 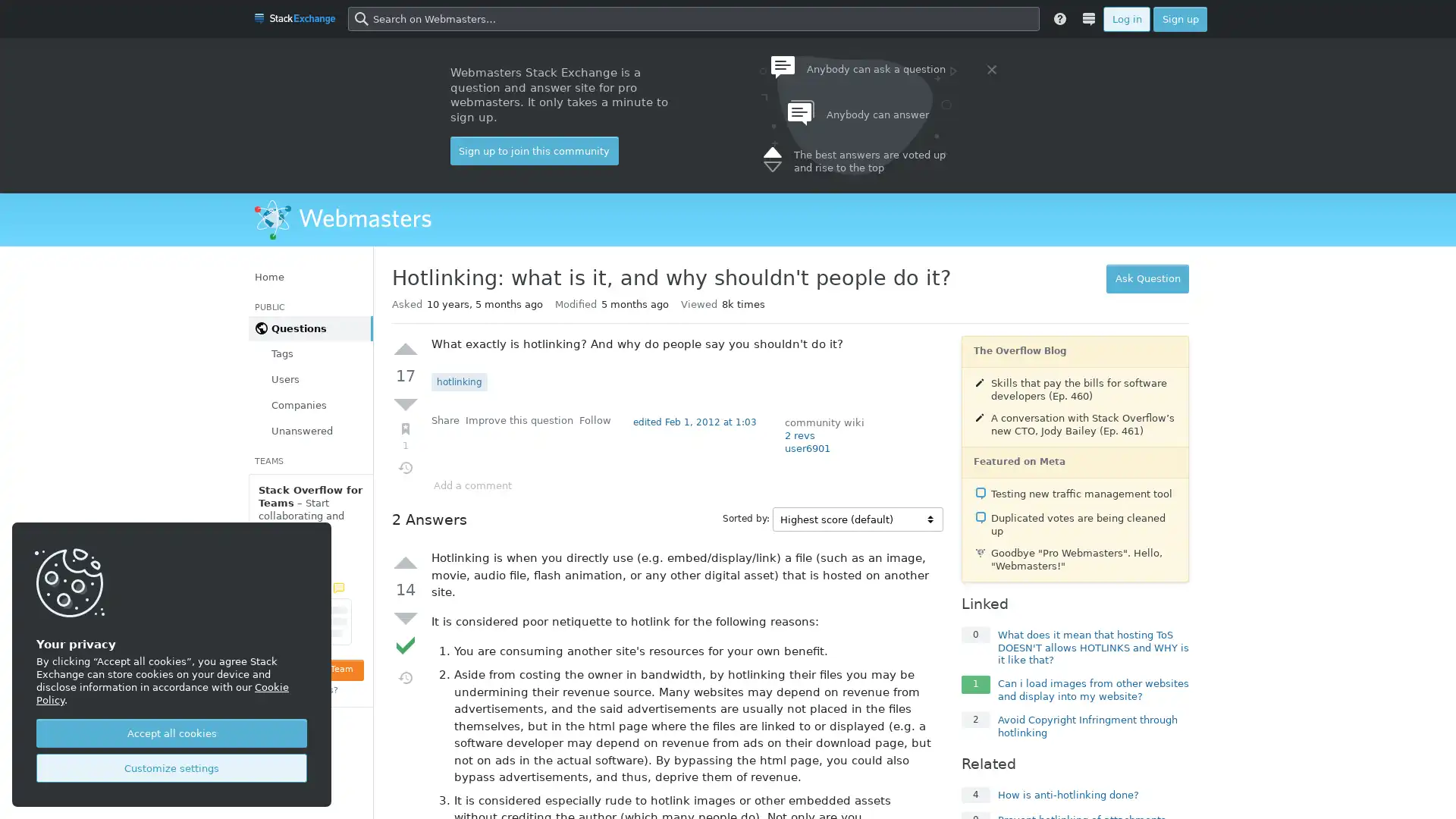 I want to click on Bookmark (1), so click(x=405, y=436).